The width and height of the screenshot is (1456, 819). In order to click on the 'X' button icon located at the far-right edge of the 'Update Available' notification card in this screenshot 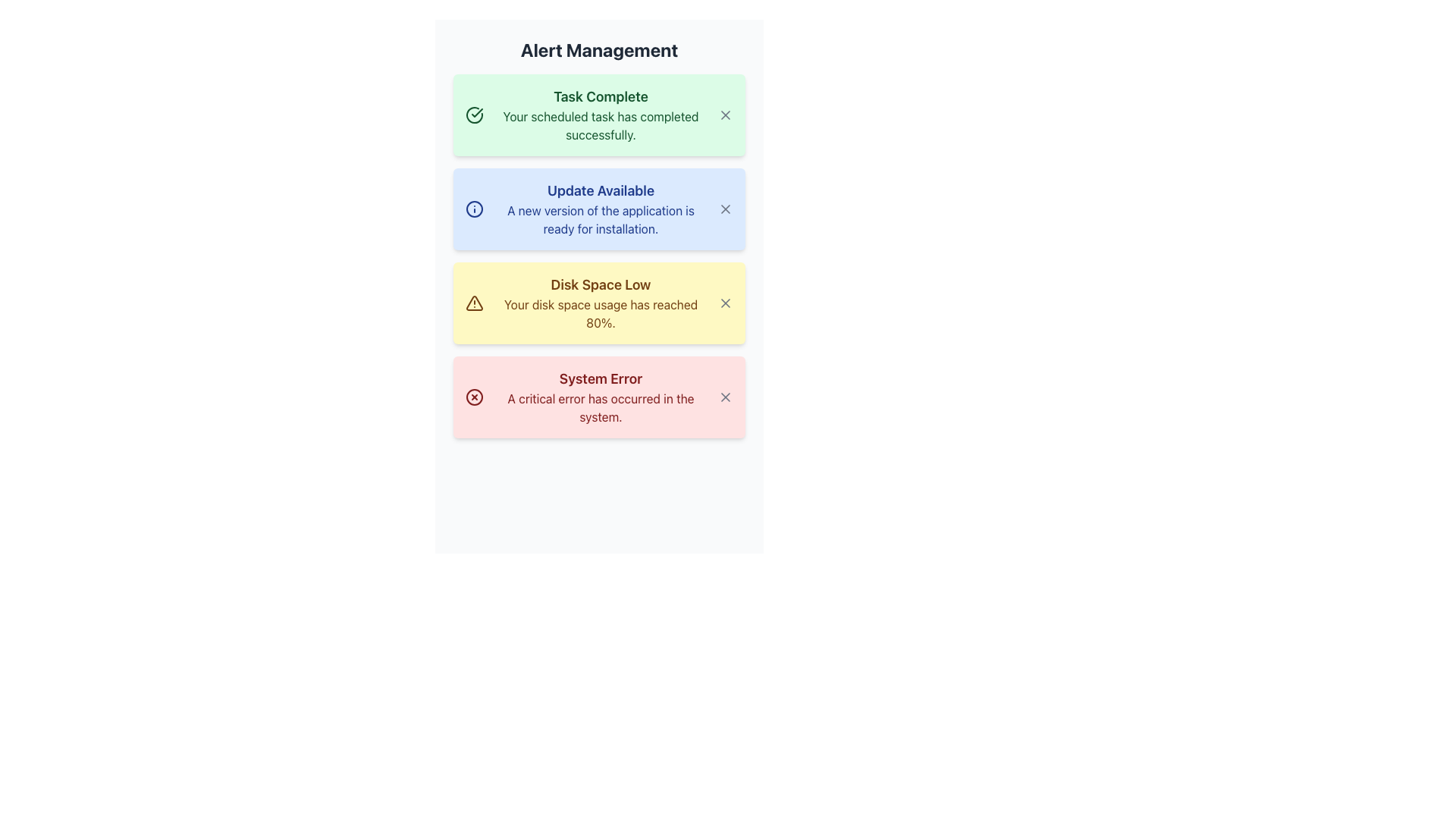, I will do `click(724, 209)`.